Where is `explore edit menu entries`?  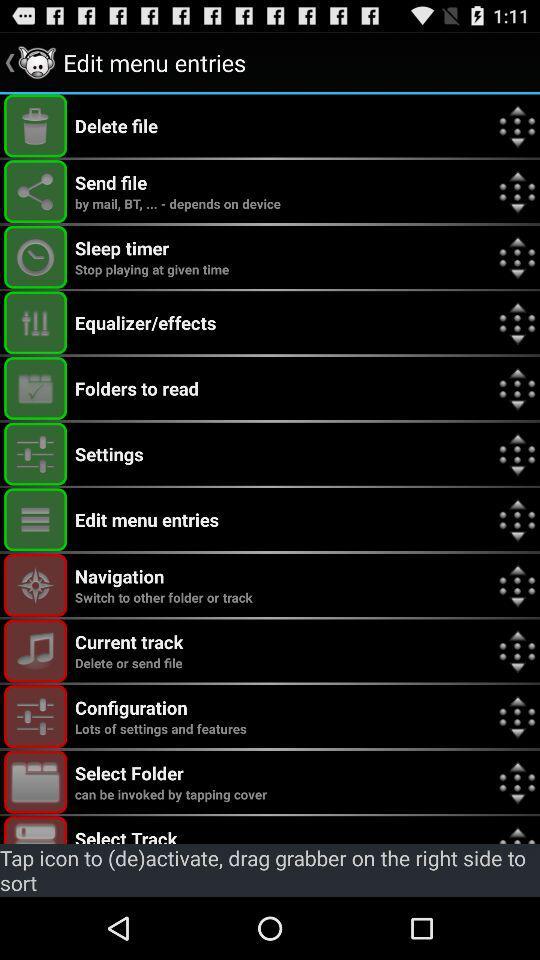
explore edit menu entries is located at coordinates (35, 518).